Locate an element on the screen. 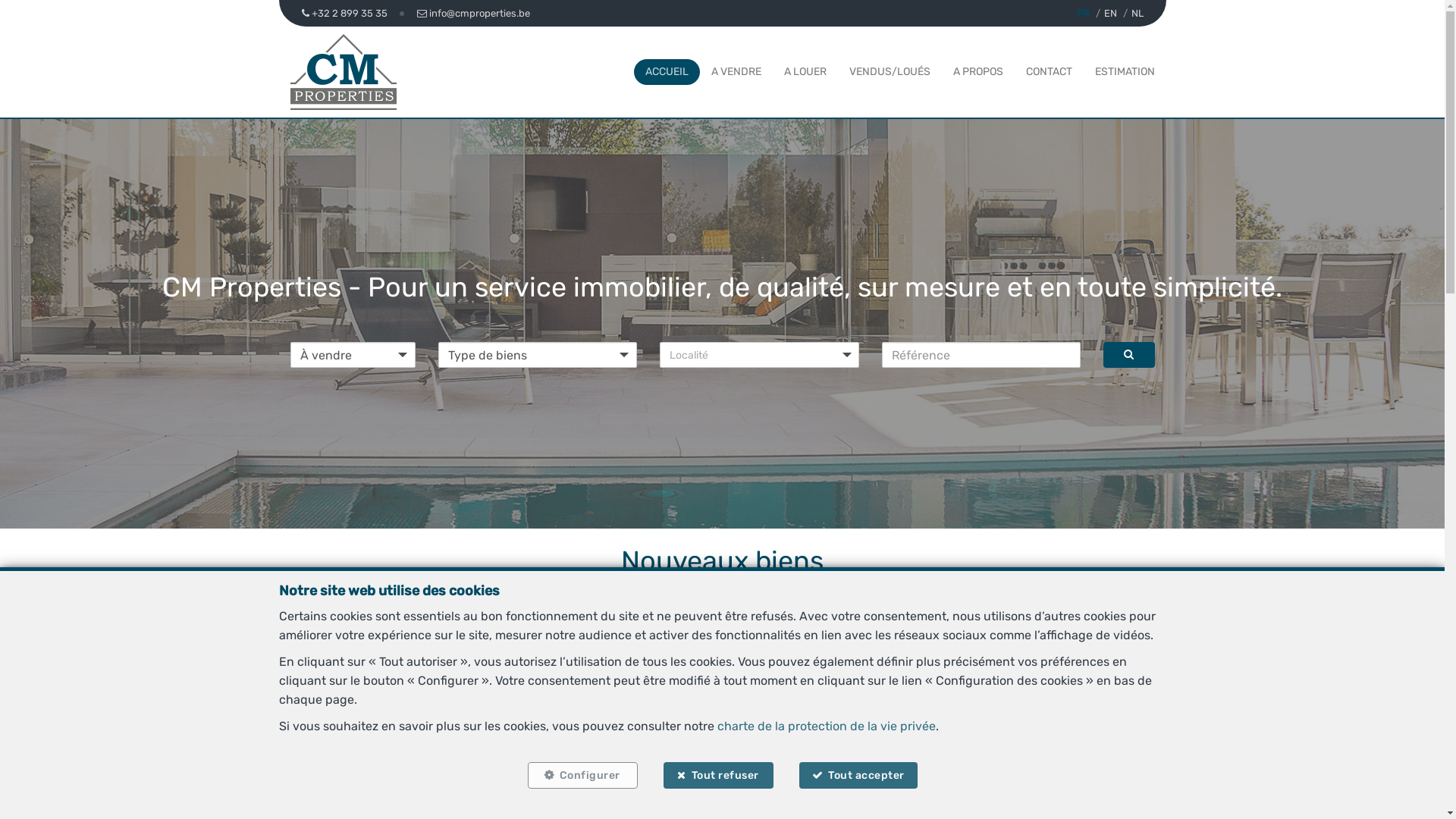 This screenshot has height=819, width=1456. 'Tout accepter' is located at coordinates (858, 775).